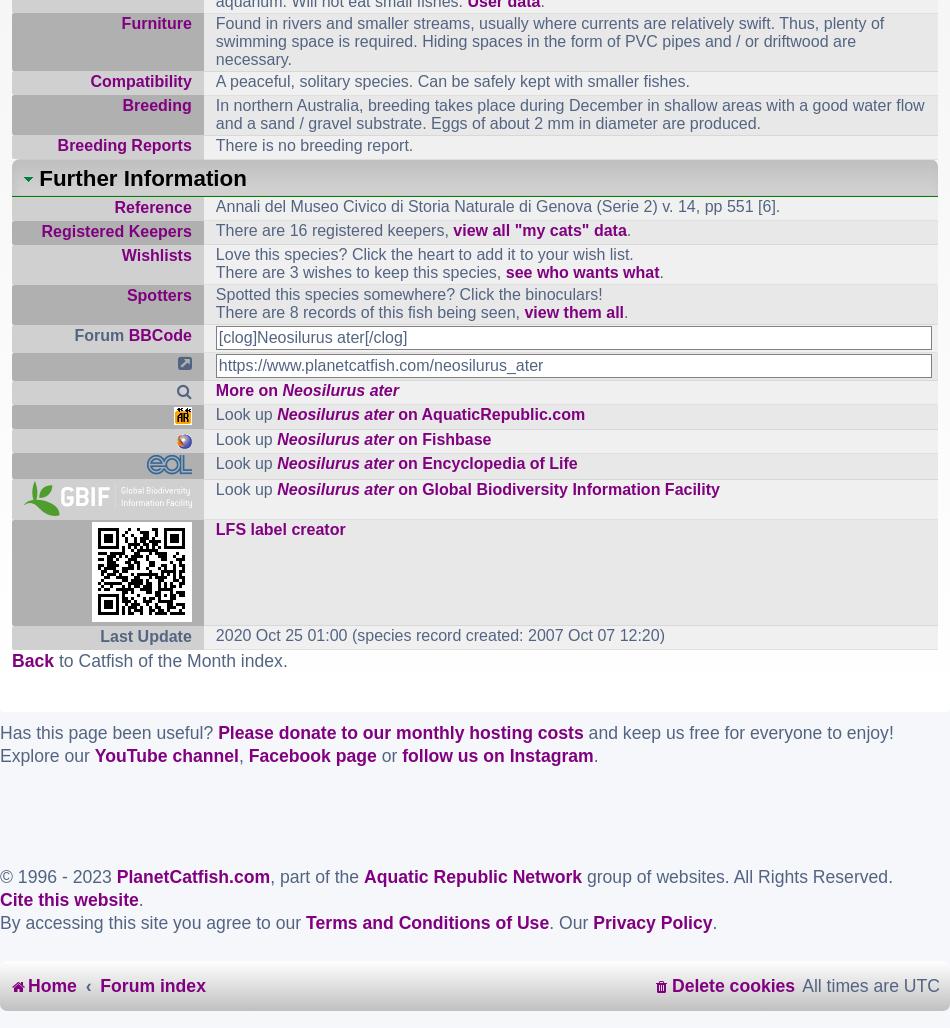 Image resolution: width=950 pixels, height=1028 pixels. Describe the element at coordinates (851, 984) in the screenshot. I see `'All times are'` at that location.